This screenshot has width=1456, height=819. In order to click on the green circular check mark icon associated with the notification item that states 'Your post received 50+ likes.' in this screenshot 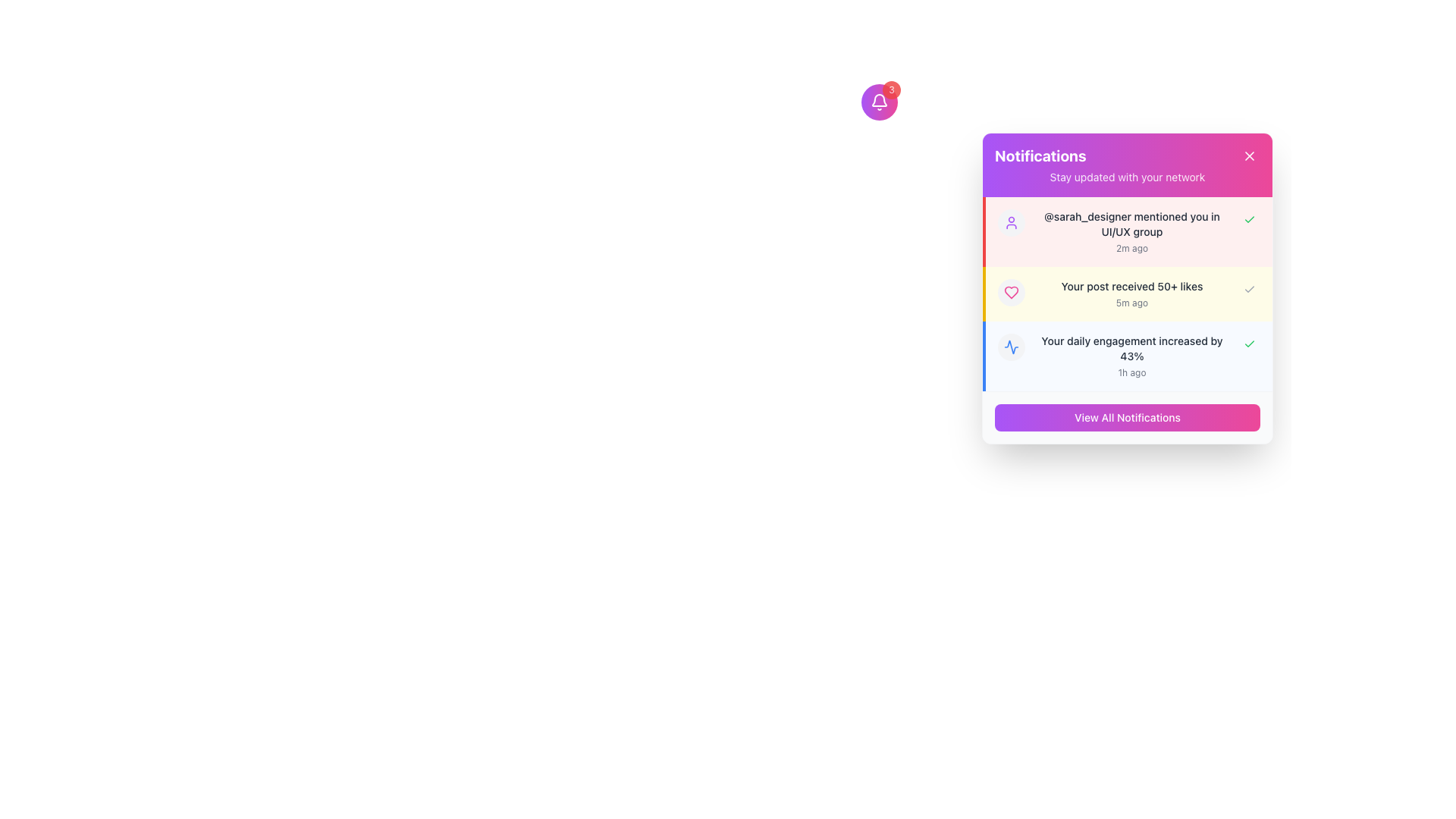, I will do `click(1128, 294)`.